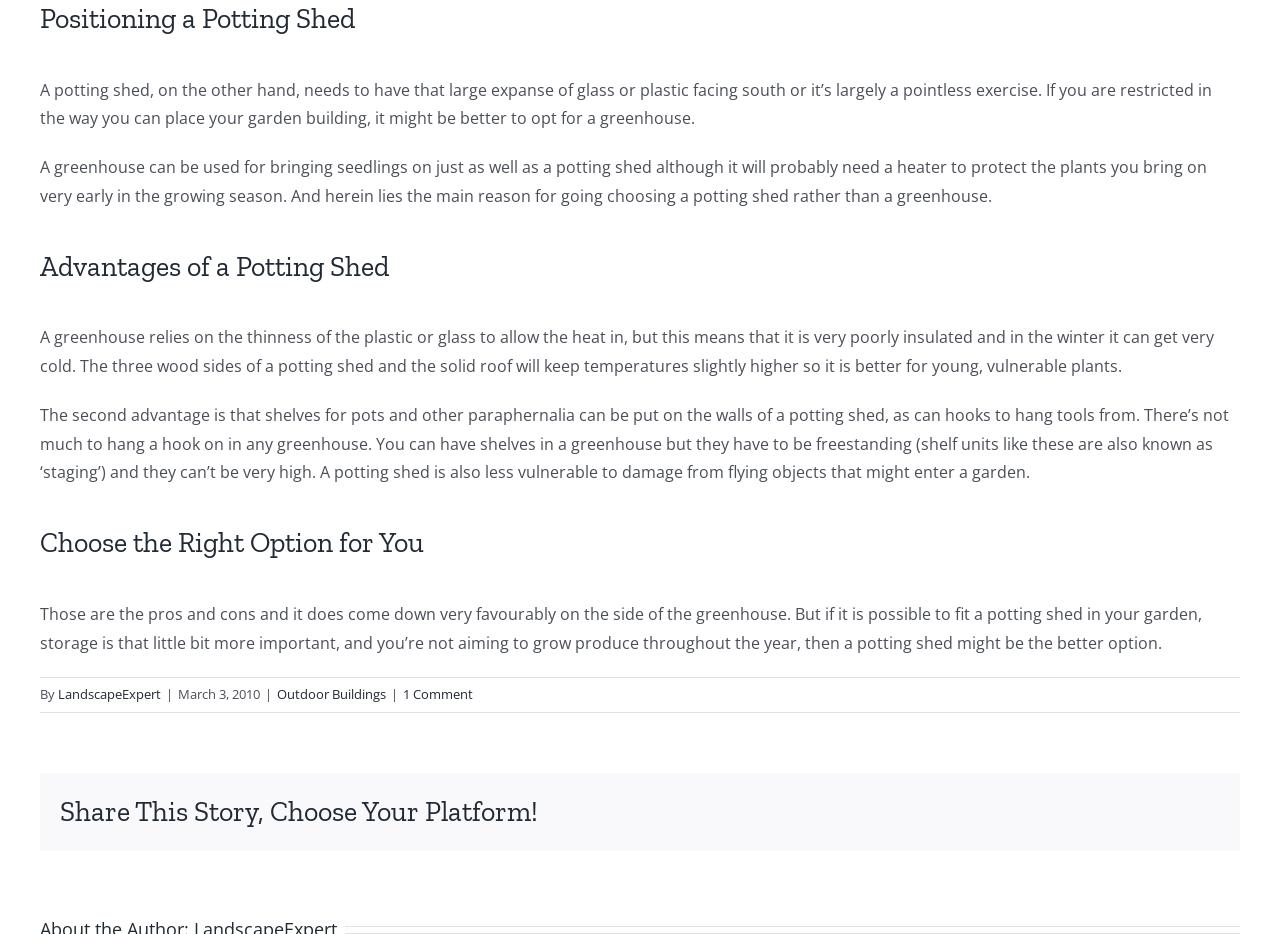 Image resolution: width=1280 pixels, height=934 pixels. What do you see at coordinates (231, 542) in the screenshot?
I see `'Choose the Right Option for You'` at bounding box center [231, 542].